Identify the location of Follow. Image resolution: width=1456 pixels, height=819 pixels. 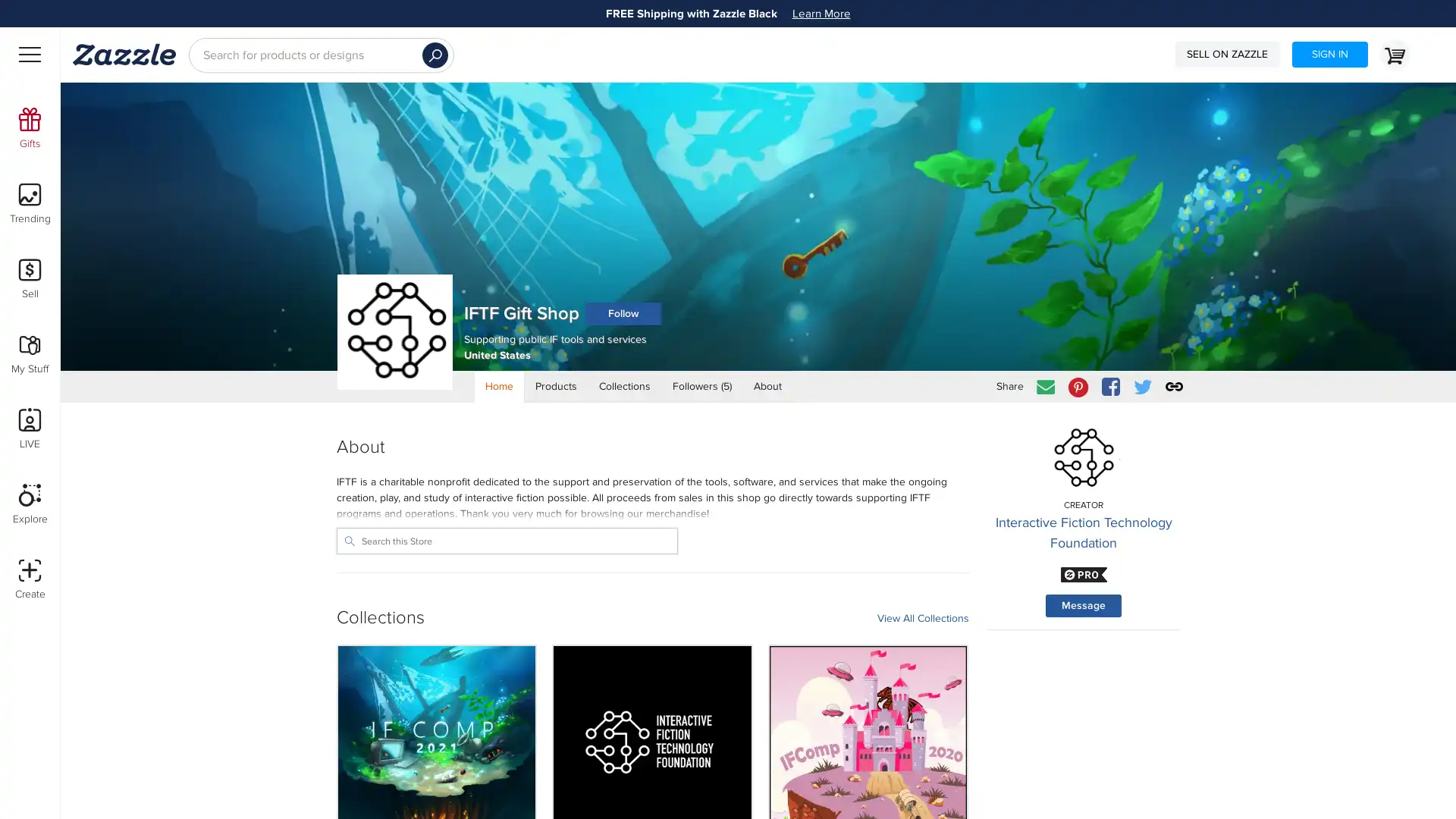
(623, 312).